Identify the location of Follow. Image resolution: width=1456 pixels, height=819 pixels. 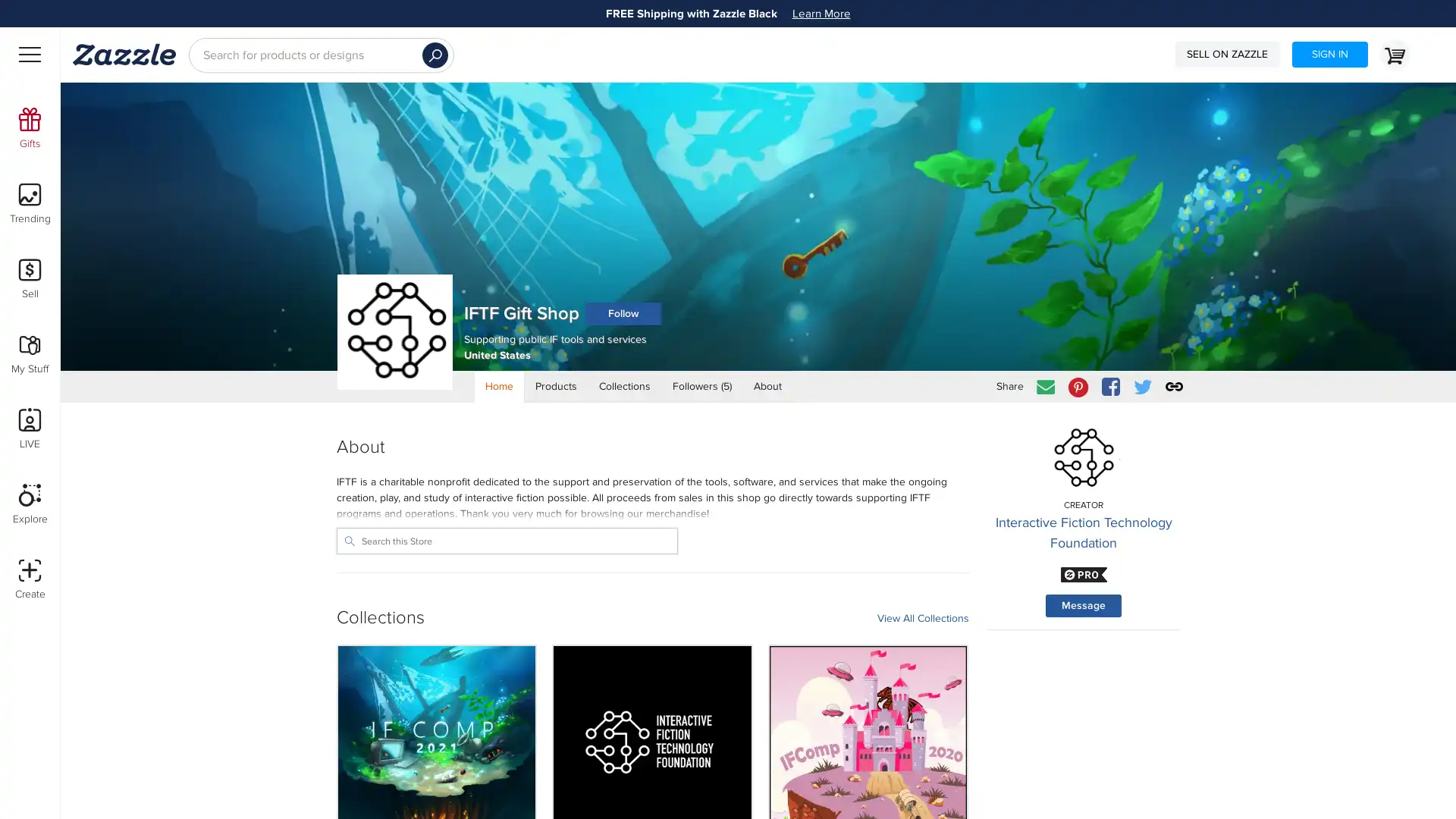
(623, 312).